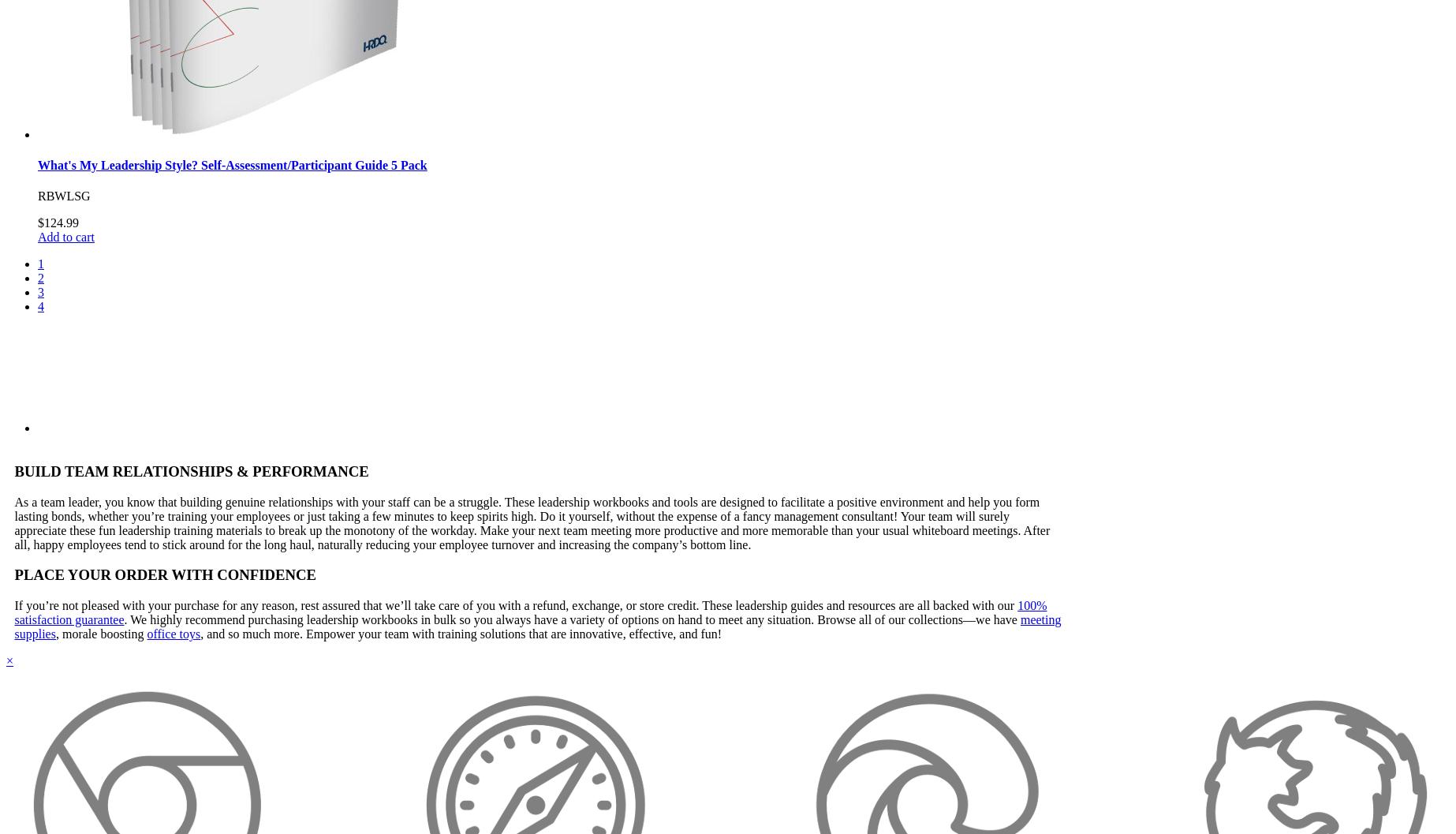 The image size is (1456, 834). Describe the element at coordinates (64, 195) in the screenshot. I see `'RBWLSG'` at that location.